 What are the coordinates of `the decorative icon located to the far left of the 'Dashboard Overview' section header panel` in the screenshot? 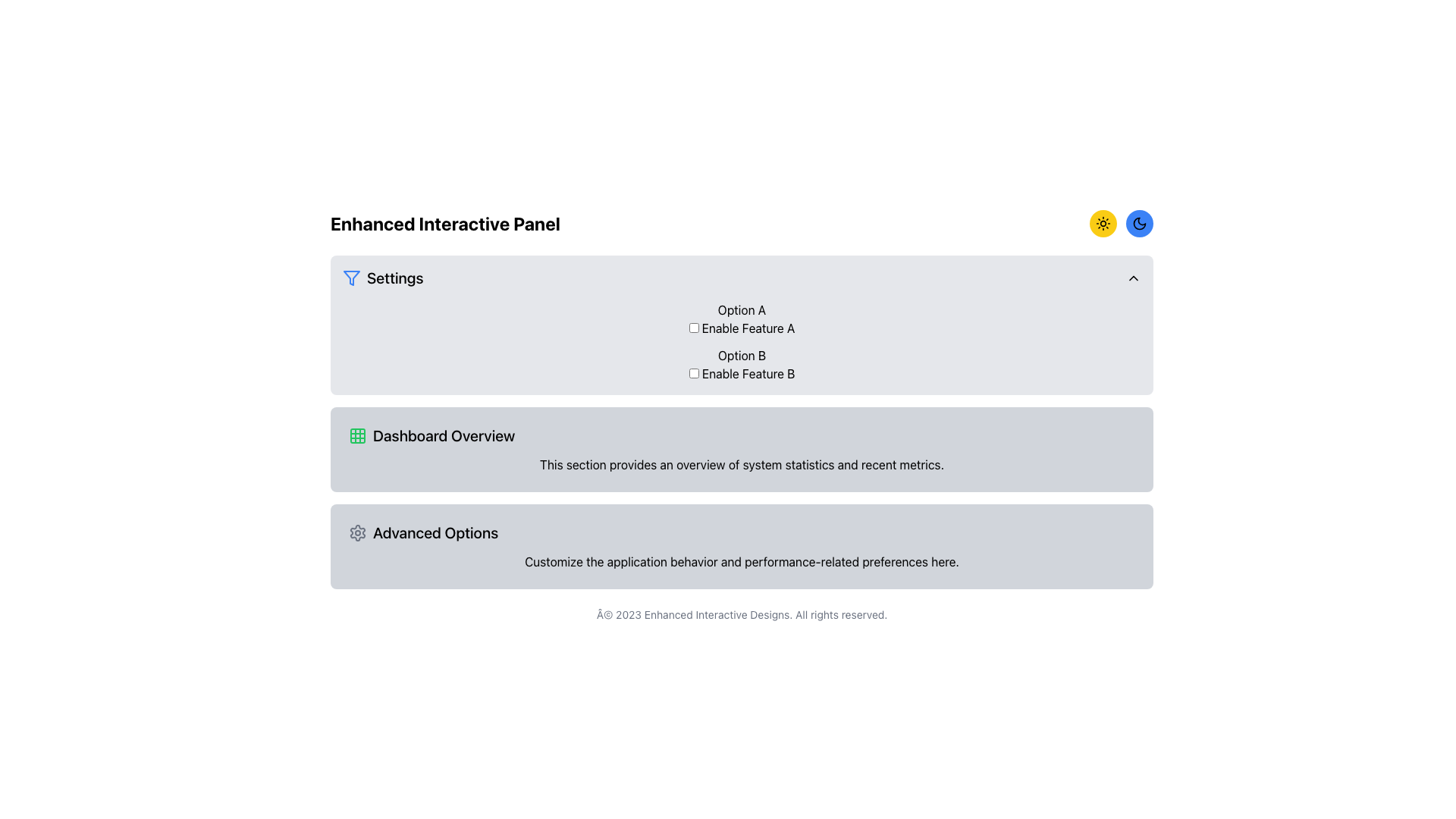 It's located at (356, 435).